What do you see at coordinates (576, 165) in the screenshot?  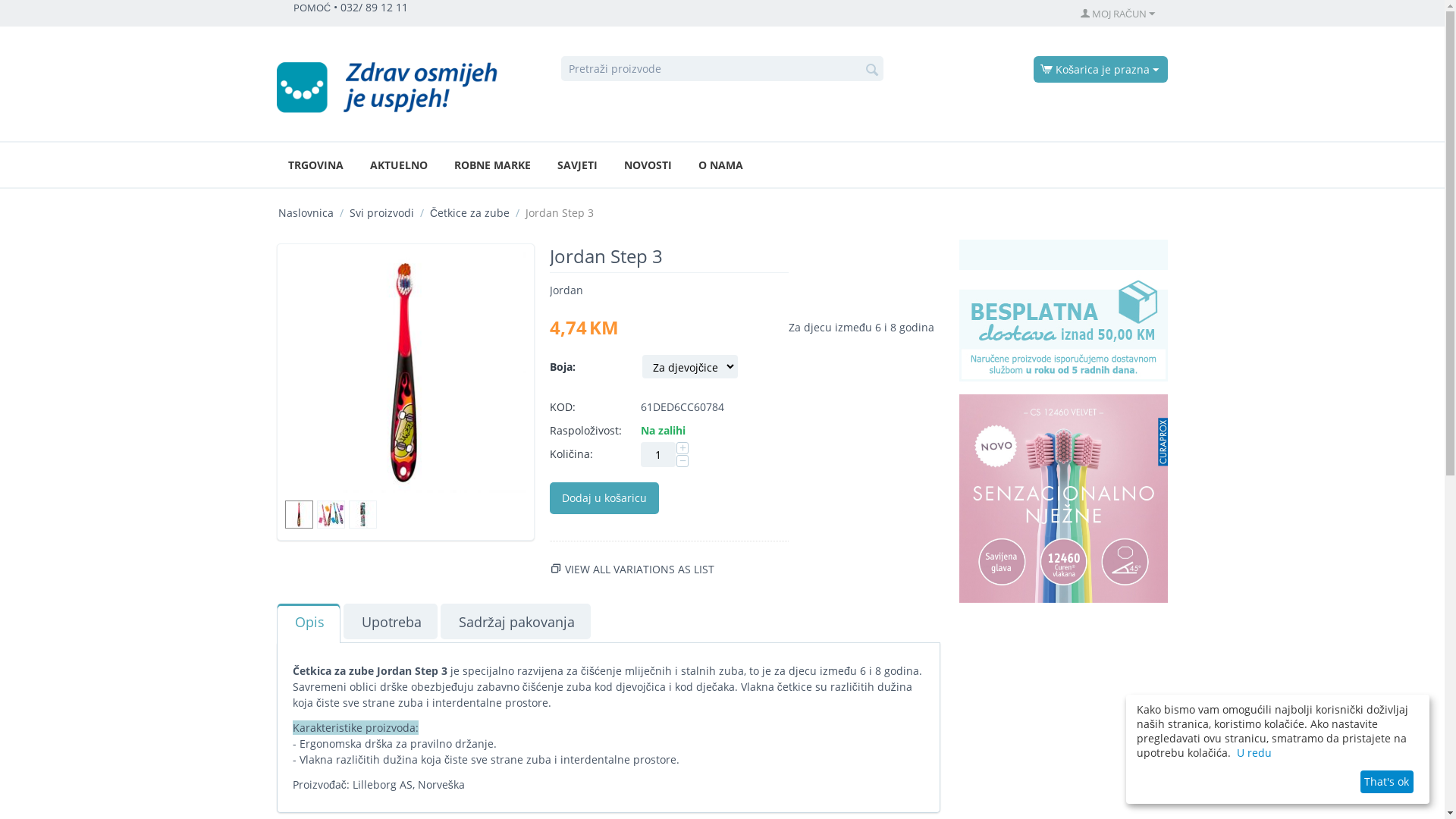 I see `'SAVJETI'` at bounding box center [576, 165].